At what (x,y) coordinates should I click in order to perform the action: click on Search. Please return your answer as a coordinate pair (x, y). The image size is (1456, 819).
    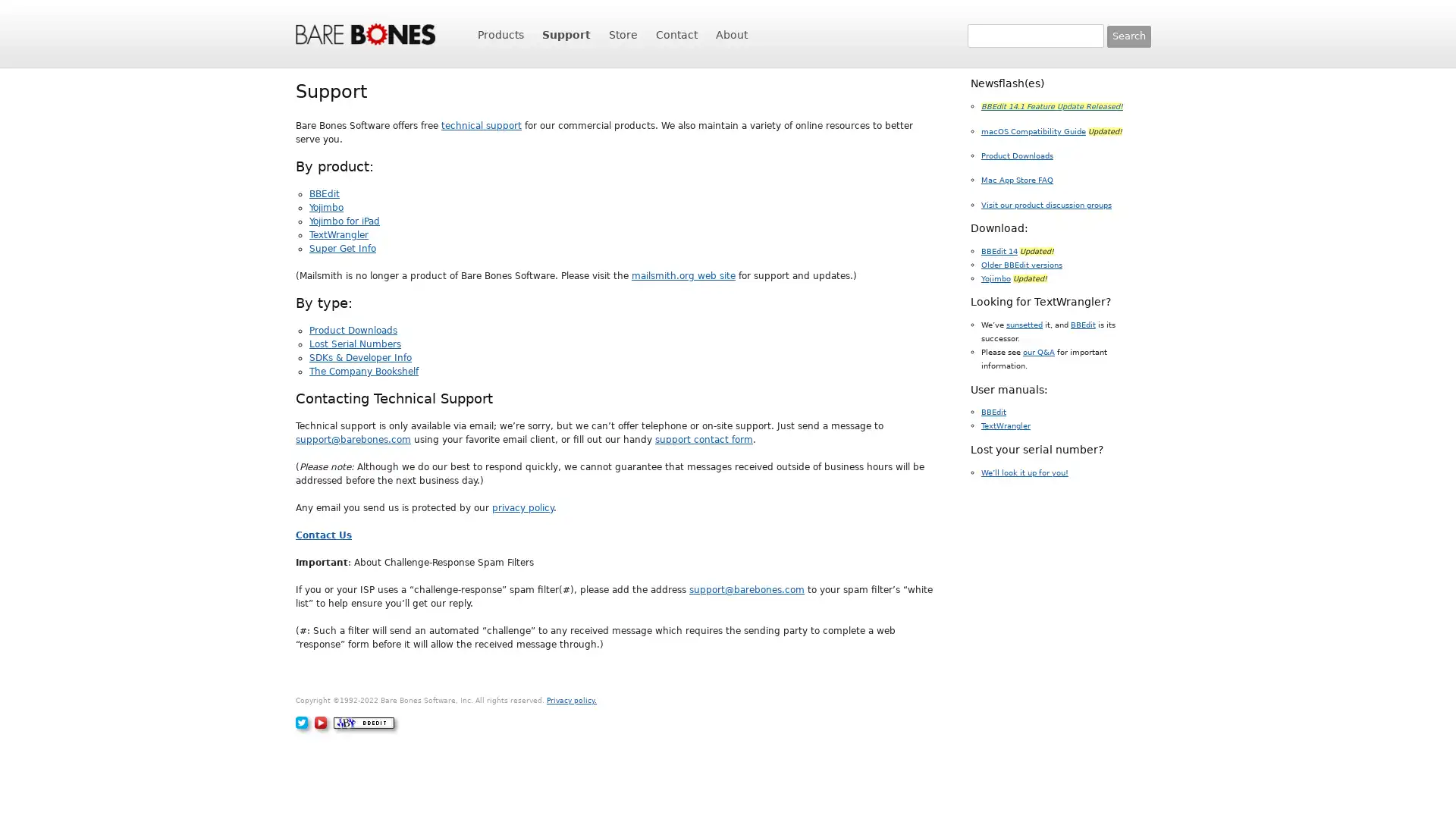
    Looking at the image, I should click on (1128, 35).